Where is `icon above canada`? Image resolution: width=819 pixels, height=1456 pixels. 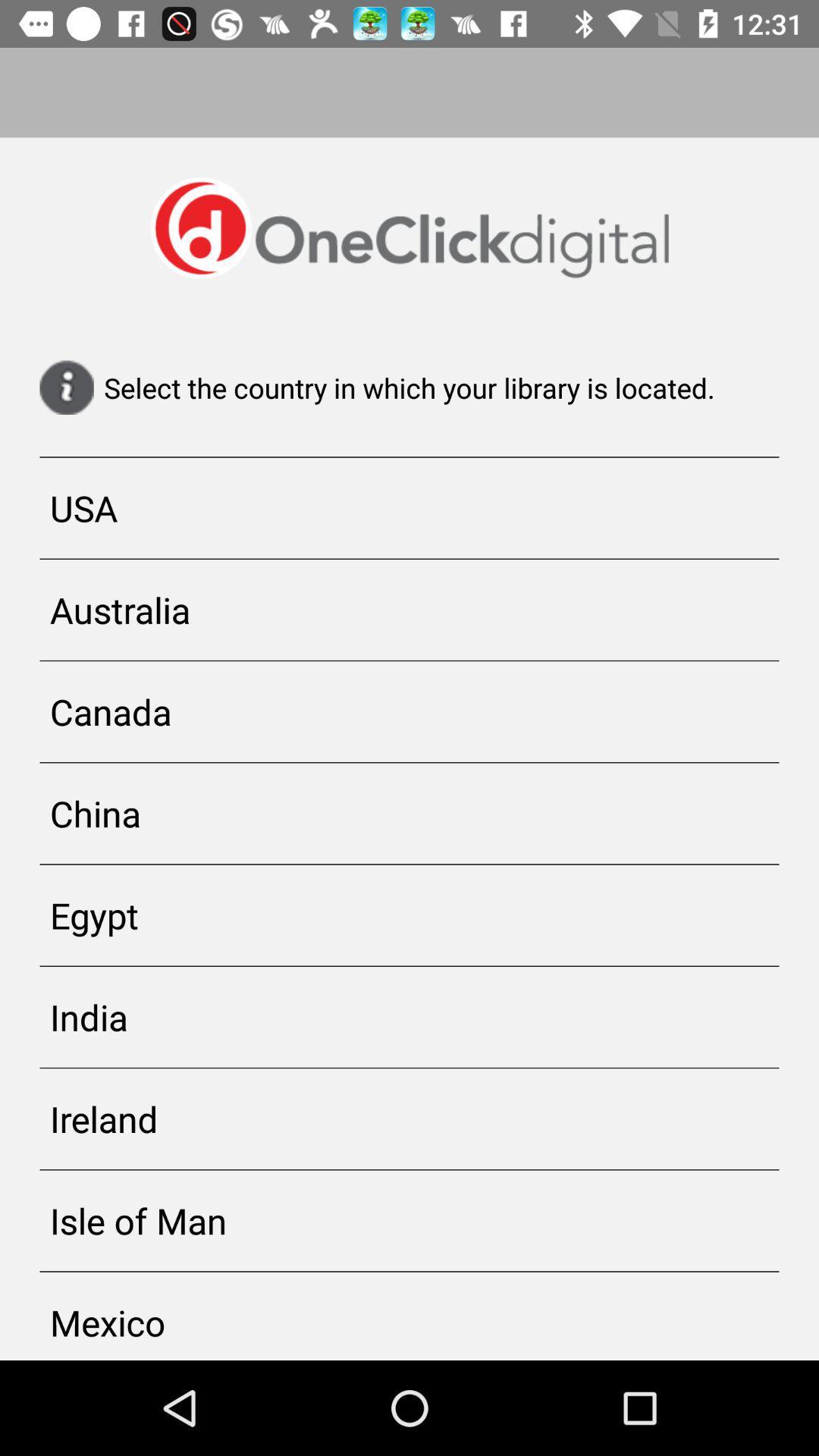 icon above canada is located at coordinates (409, 610).